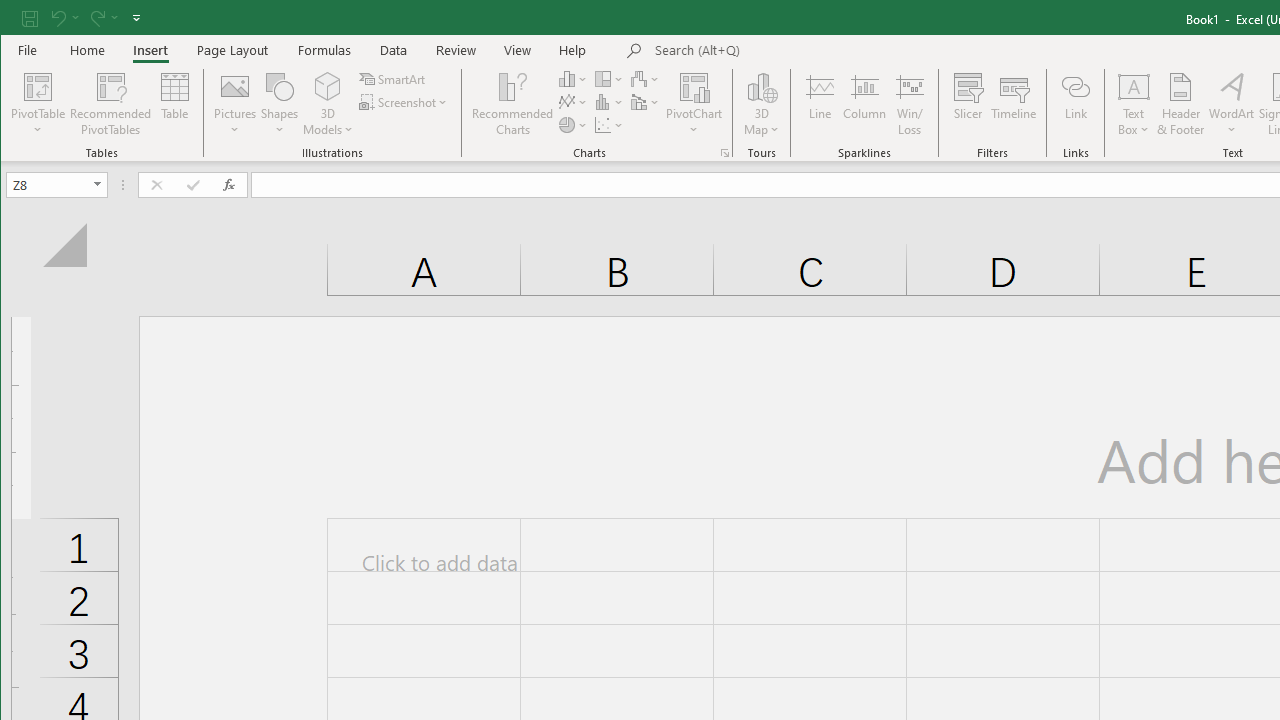 This screenshot has width=1280, height=720. What do you see at coordinates (1134, 104) in the screenshot?
I see `'Text Box'` at bounding box center [1134, 104].